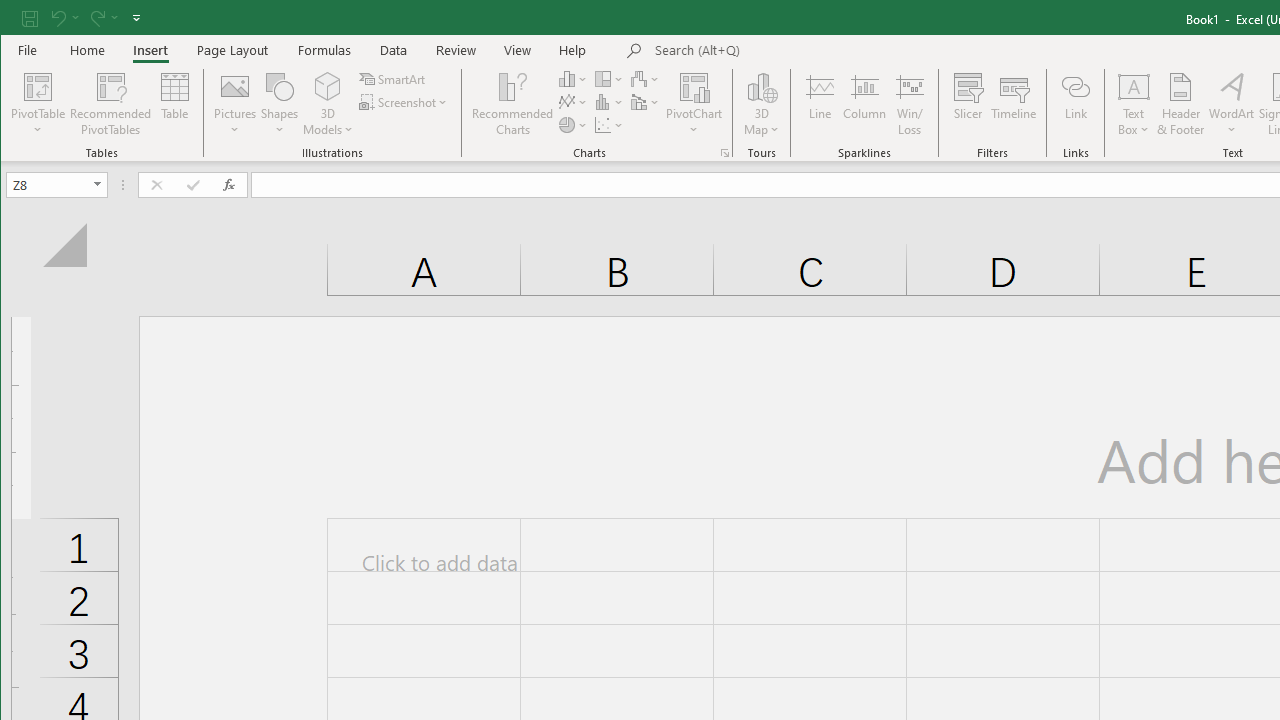 This screenshot has width=1280, height=720. What do you see at coordinates (1134, 104) in the screenshot?
I see `'Text Box'` at bounding box center [1134, 104].